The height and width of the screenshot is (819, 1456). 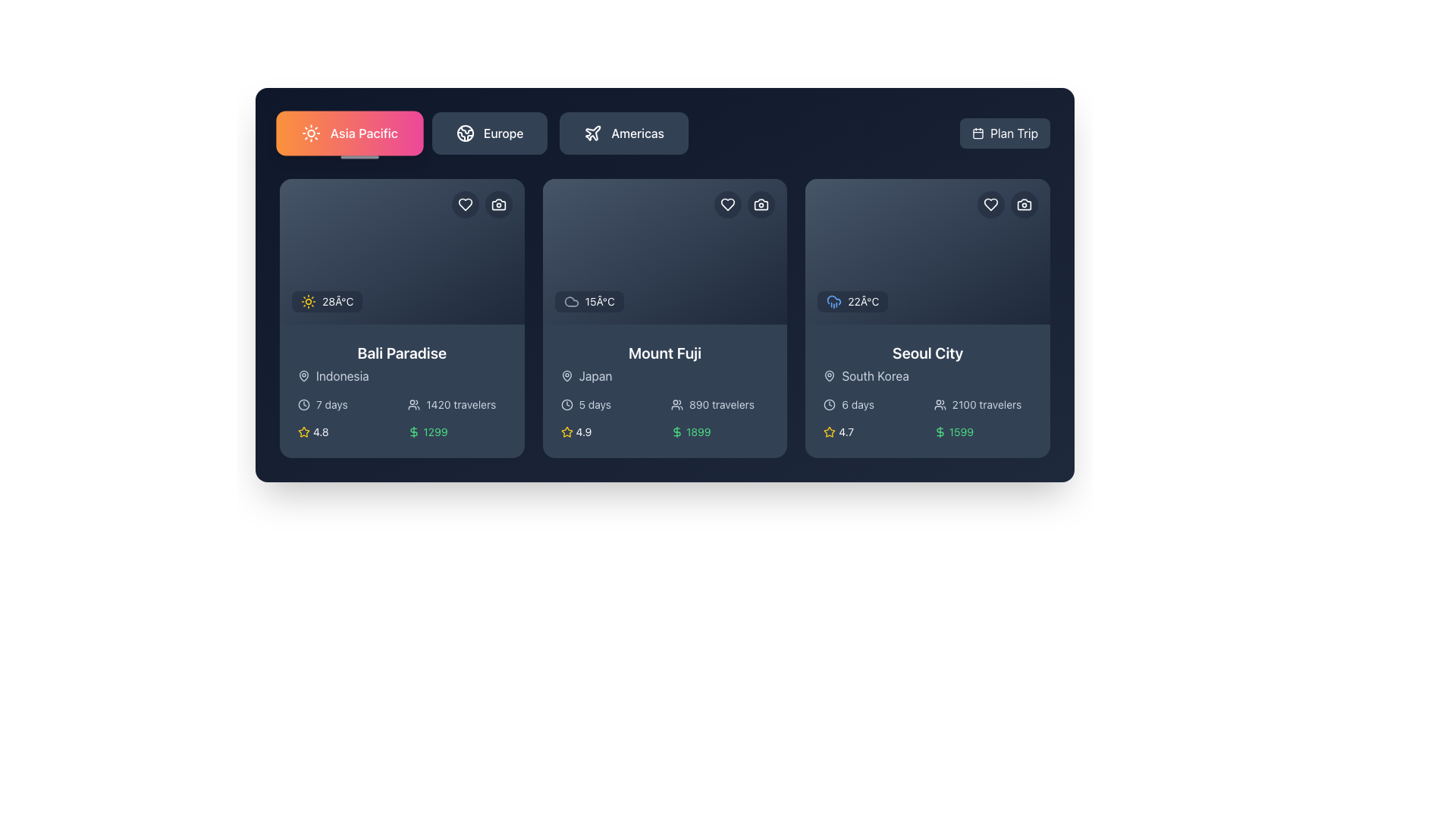 What do you see at coordinates (927, 418) in the screenshot?
I see `displayed information from the informational panel within the travel package card for 'Seoul City', which shows the duration, number of travelers, star rating, and price` at bounding box center [927, 418].